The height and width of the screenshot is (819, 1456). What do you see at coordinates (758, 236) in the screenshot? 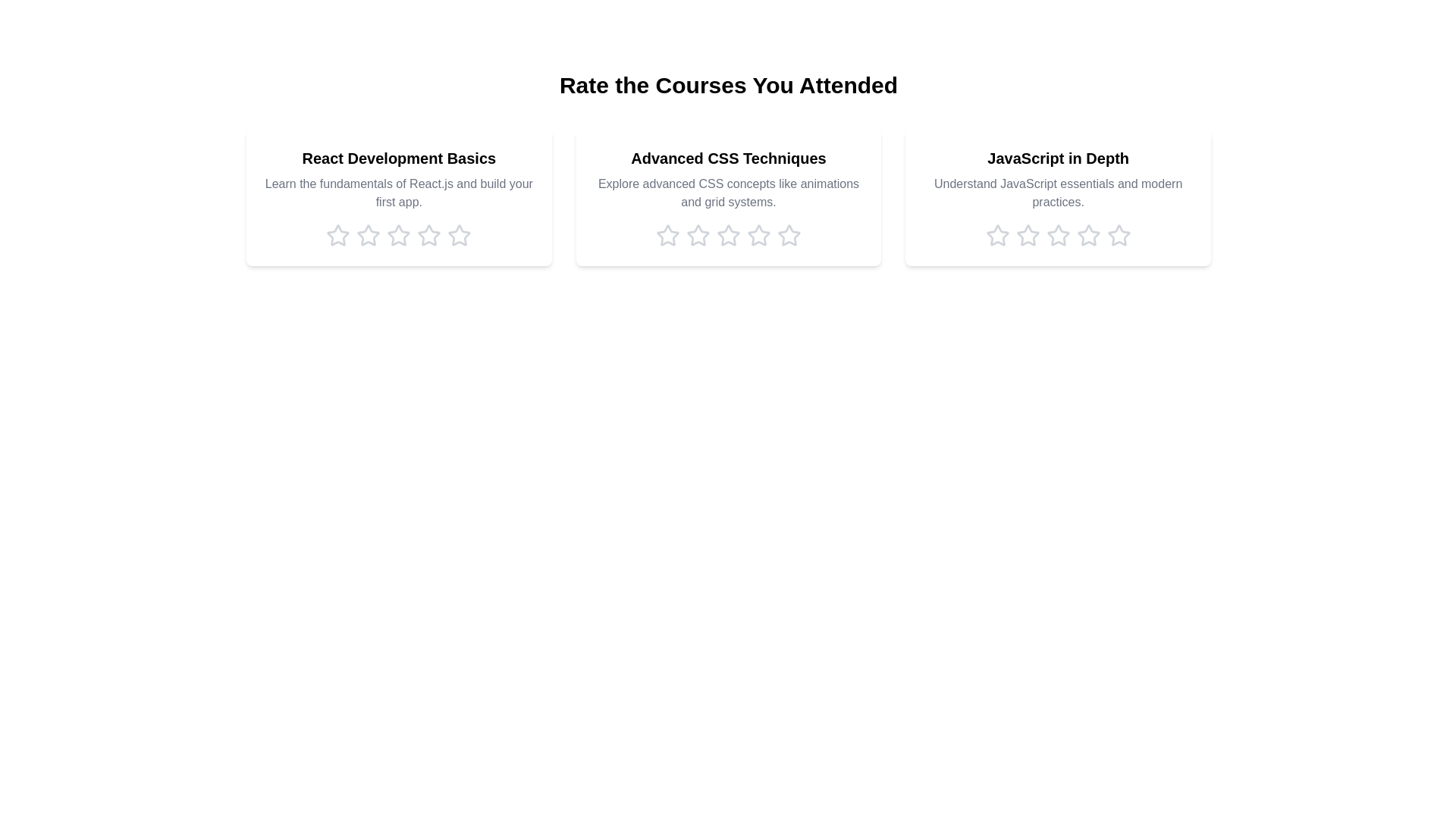
I see `the rating for the course 'Advanced CSS Techniques' to 4 stars` at bounding box center [758, 236].